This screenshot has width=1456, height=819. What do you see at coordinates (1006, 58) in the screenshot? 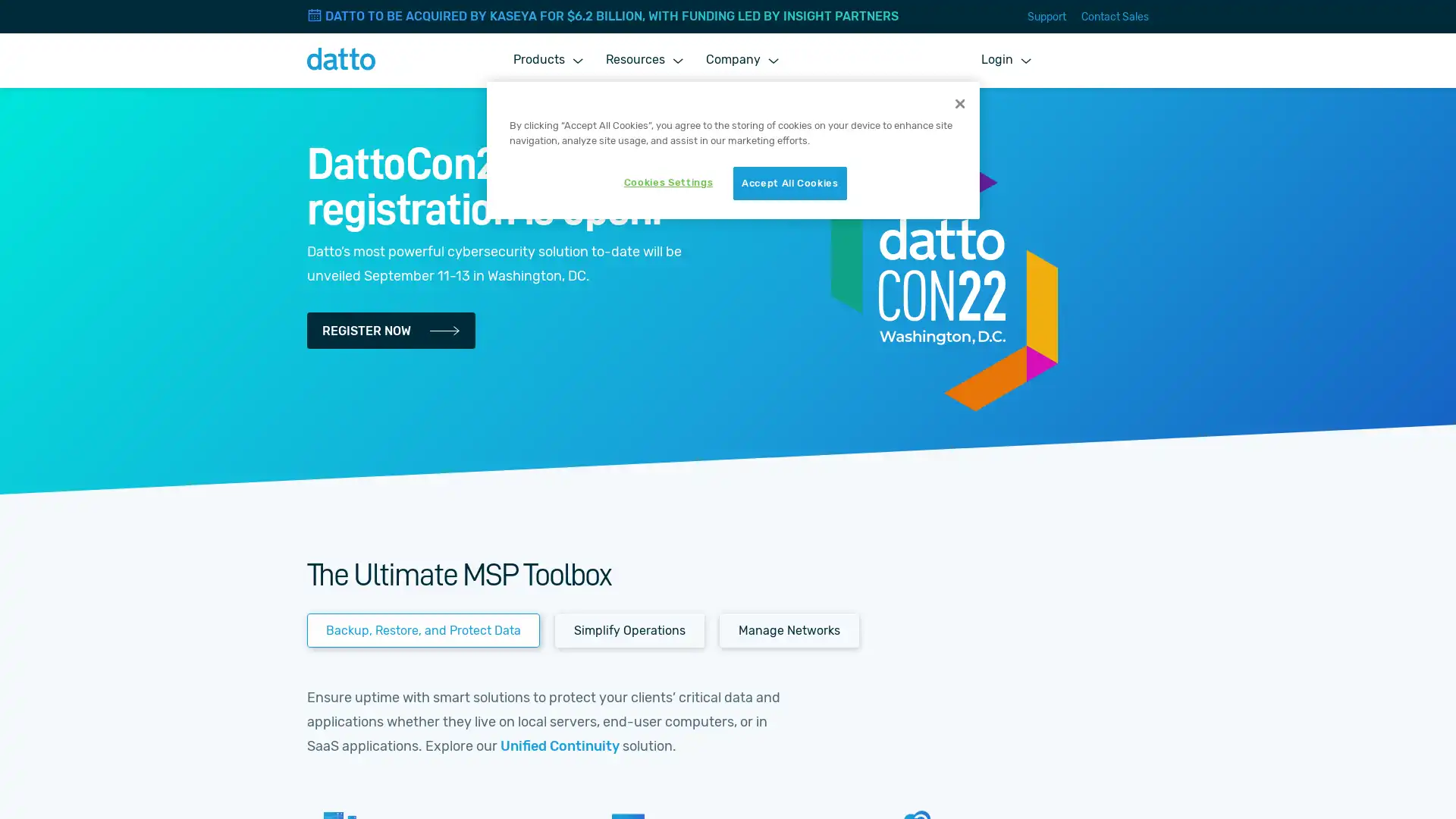
I see `Login` at bounding box center [1006, 58].